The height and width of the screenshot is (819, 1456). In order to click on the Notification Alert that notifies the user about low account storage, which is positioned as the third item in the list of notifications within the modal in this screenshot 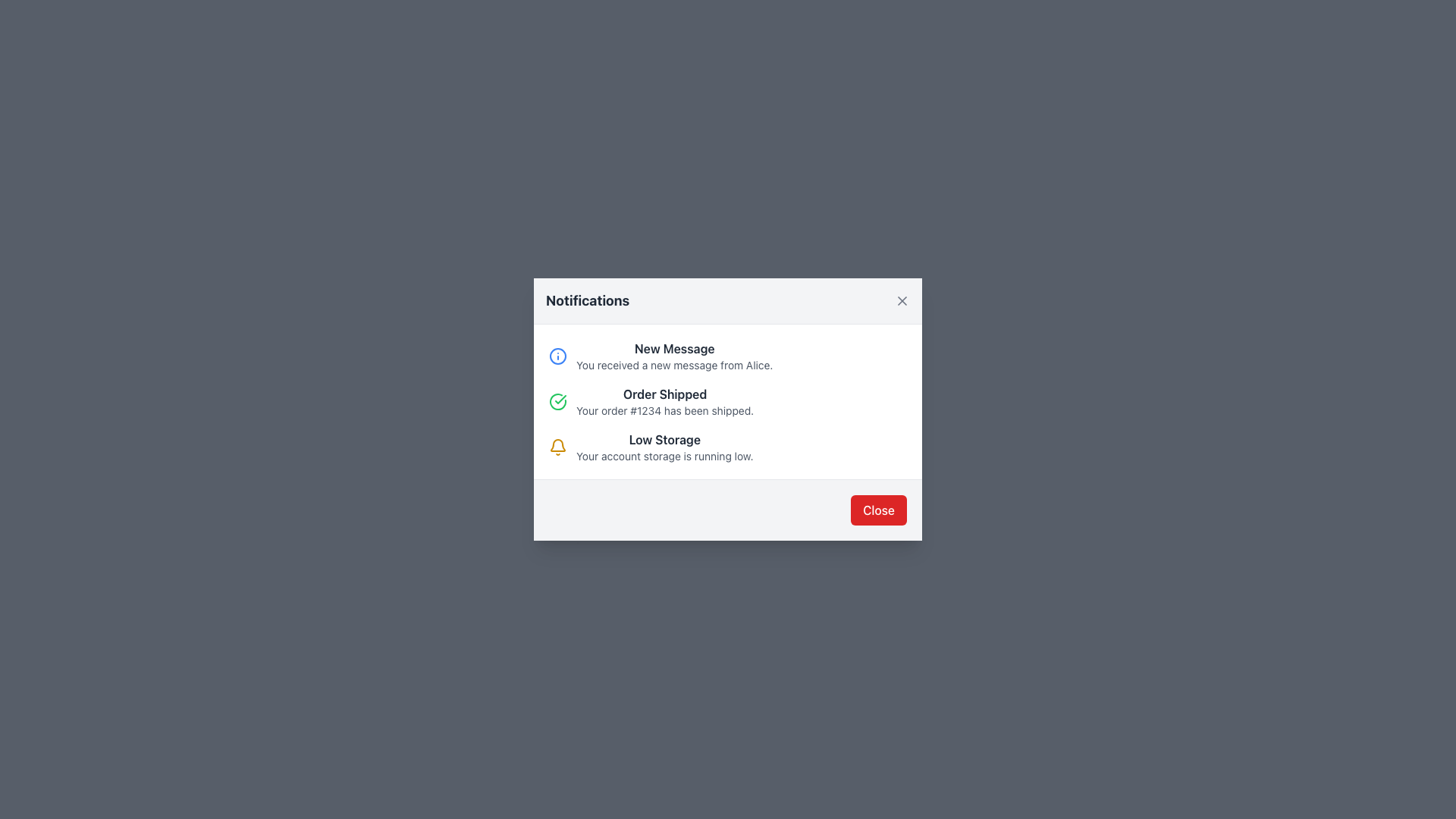, I will do `click(728, 447)`.